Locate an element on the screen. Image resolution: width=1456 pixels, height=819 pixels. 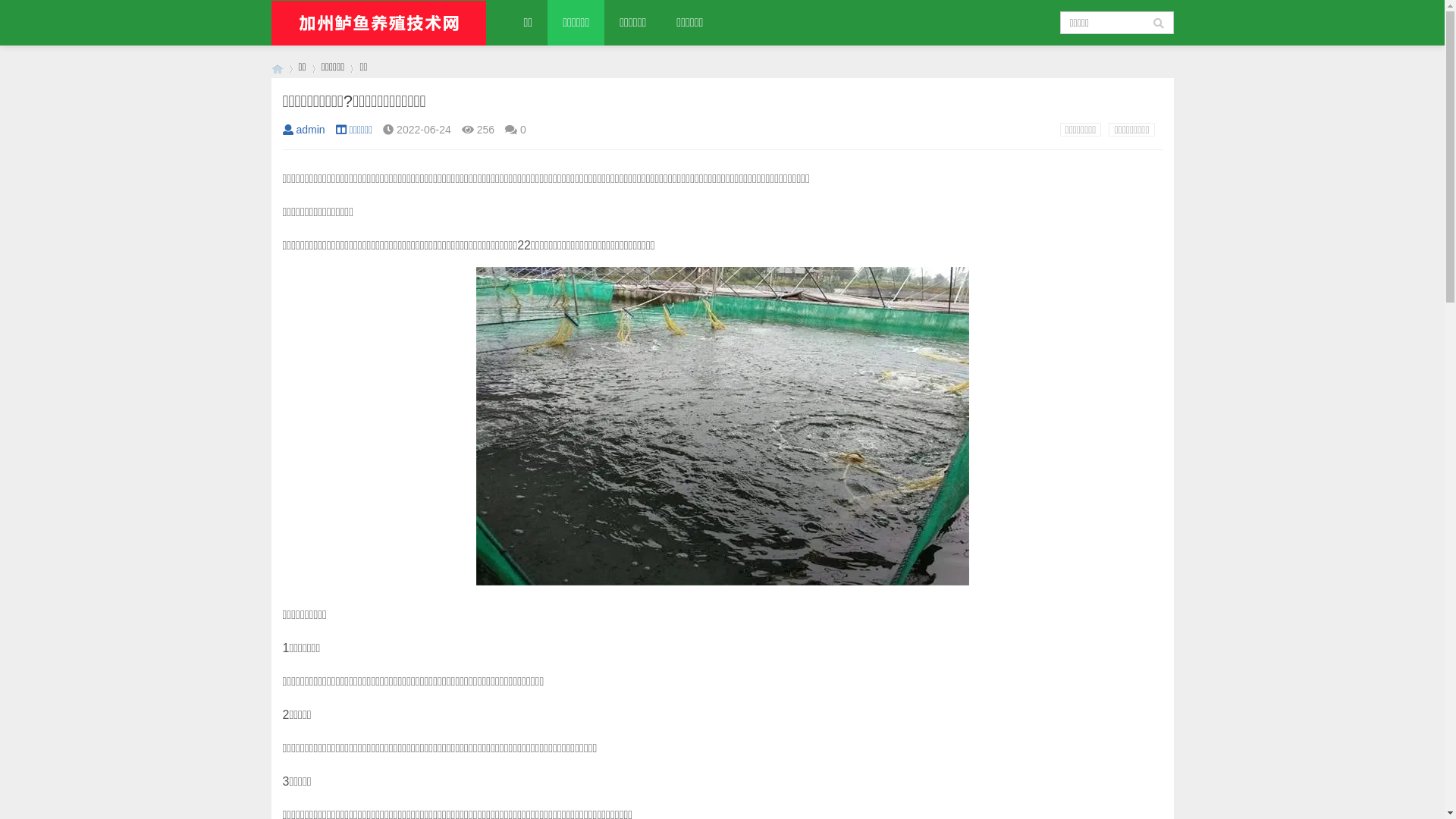
'admin' is located at coordinates (282, 128).